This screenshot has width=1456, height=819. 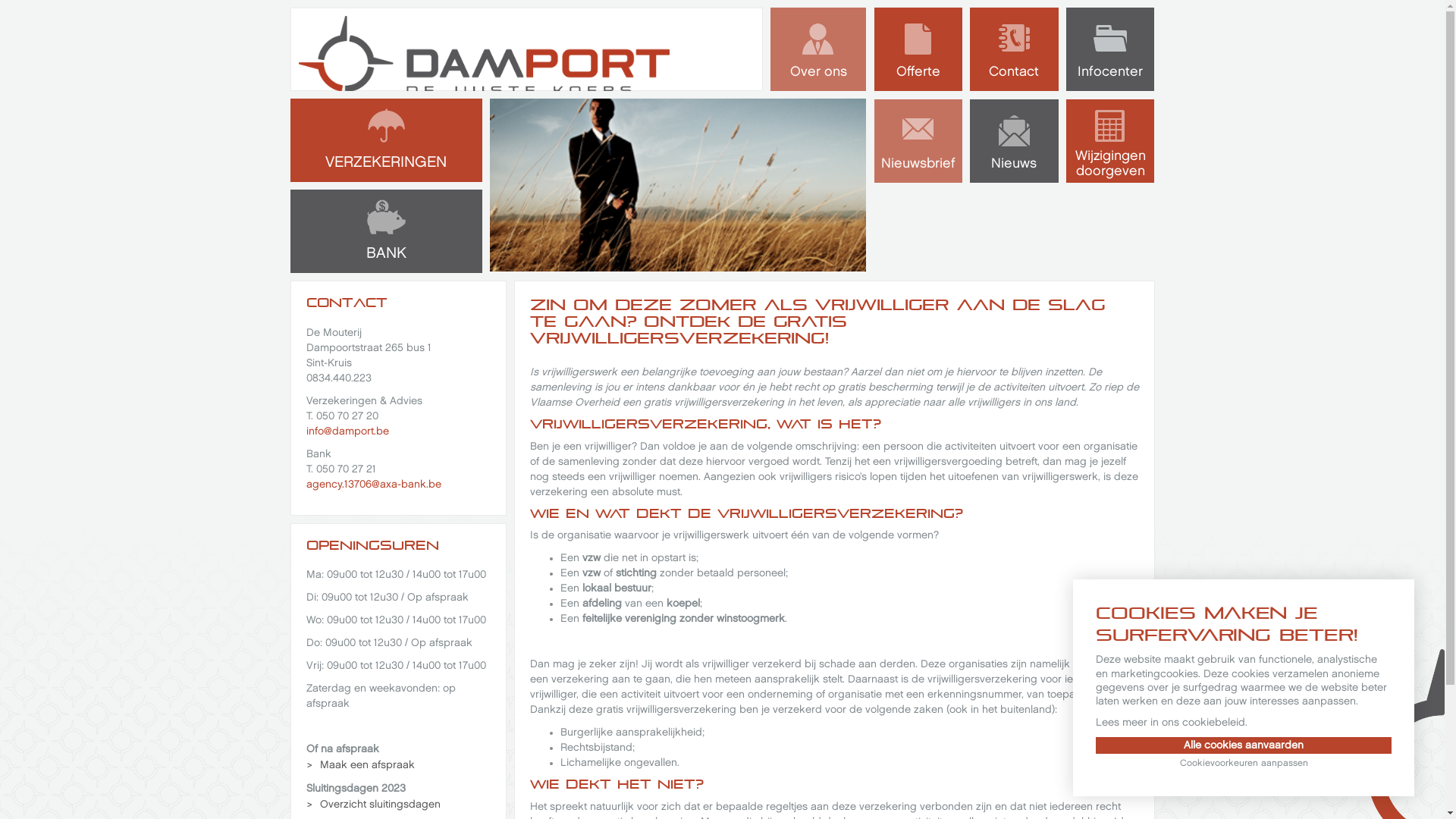 What do you see at coordinates (1203, 721) in the screenshot?
I see `'ons cookiebeleid.'` at bounding box center [1203, 721].